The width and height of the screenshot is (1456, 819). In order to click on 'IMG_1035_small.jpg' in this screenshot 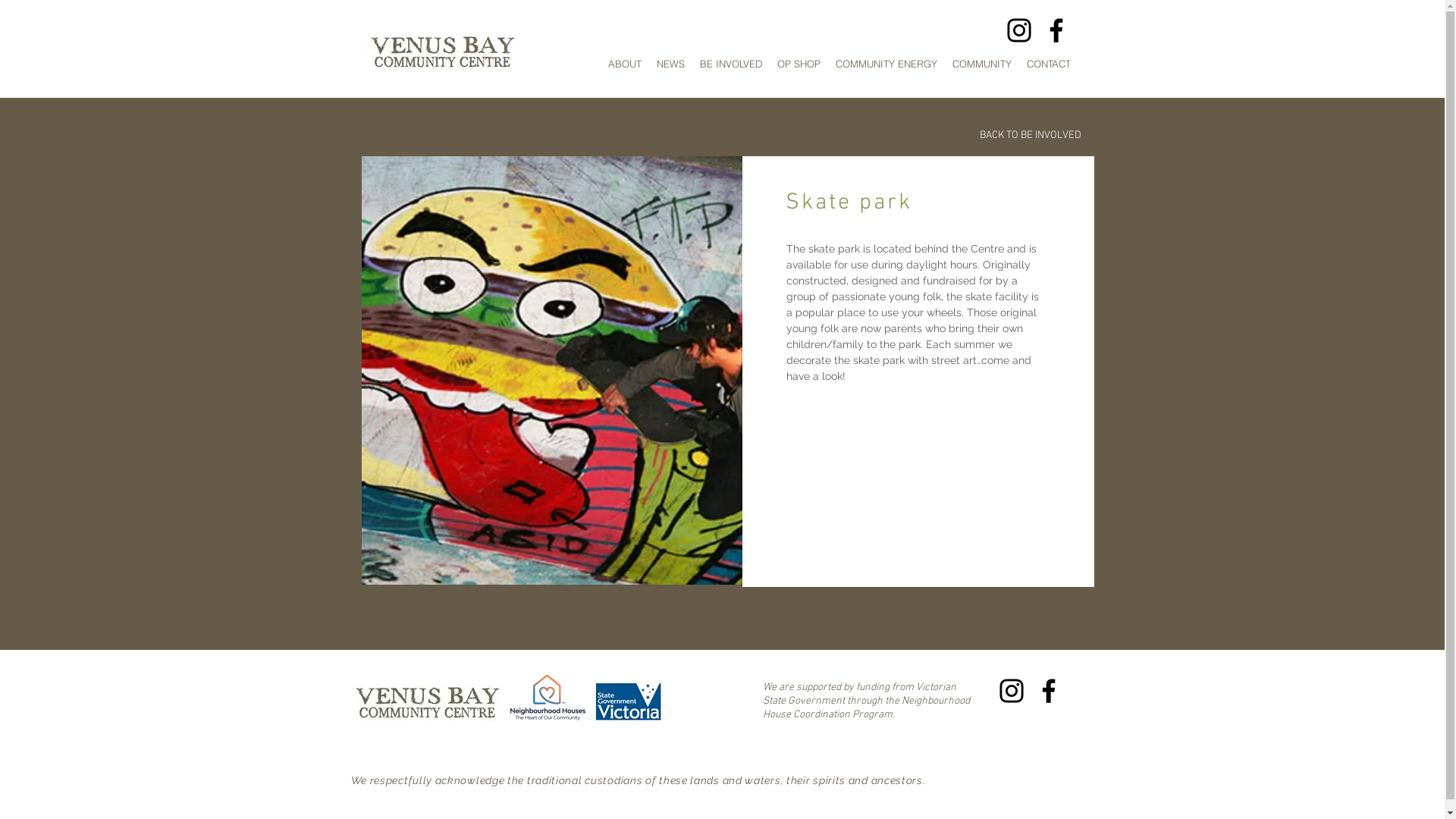, I will do `click(550, 370)`.